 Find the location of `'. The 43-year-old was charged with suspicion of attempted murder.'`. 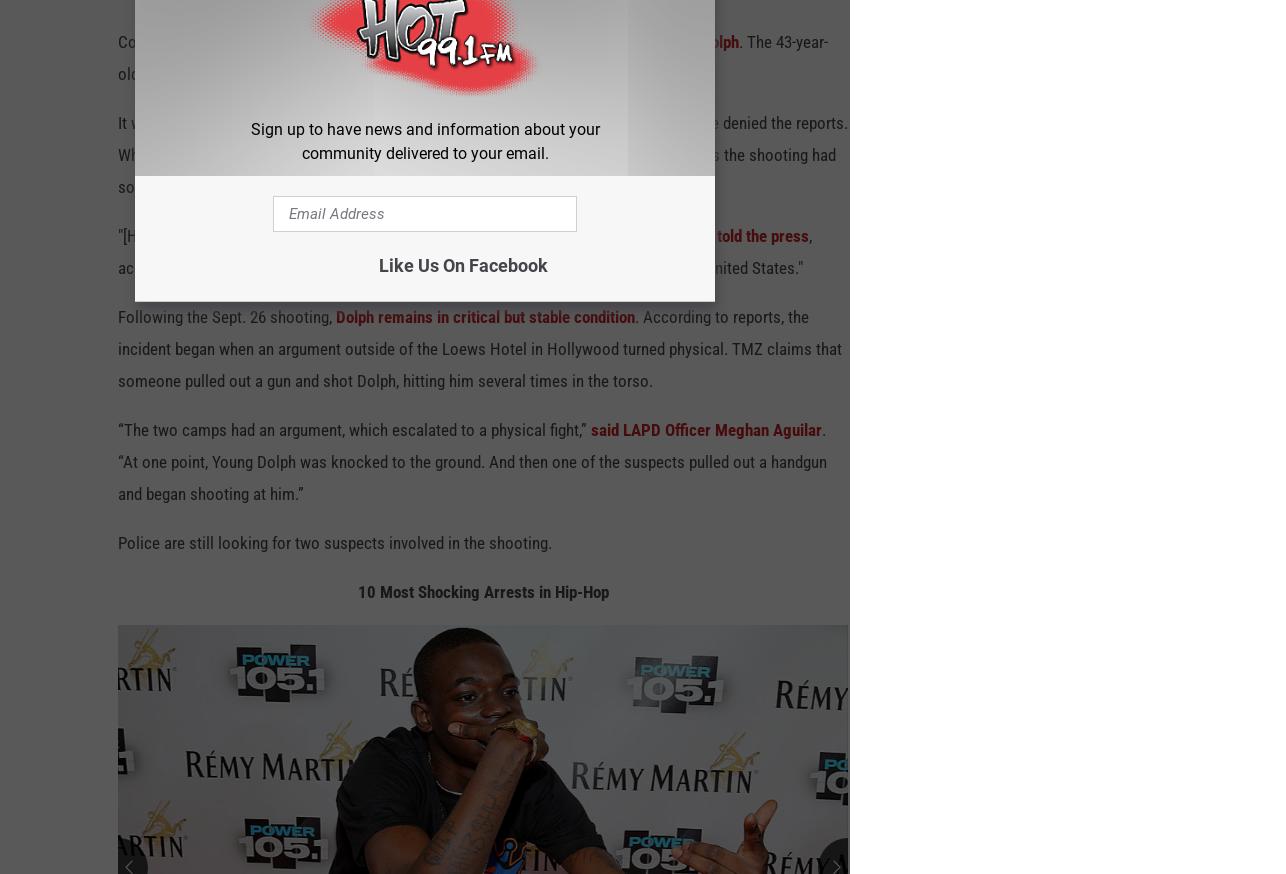

'. The 43-year-old was charged with suspicion of attempted murder.' is located at coordinates (471, 66).